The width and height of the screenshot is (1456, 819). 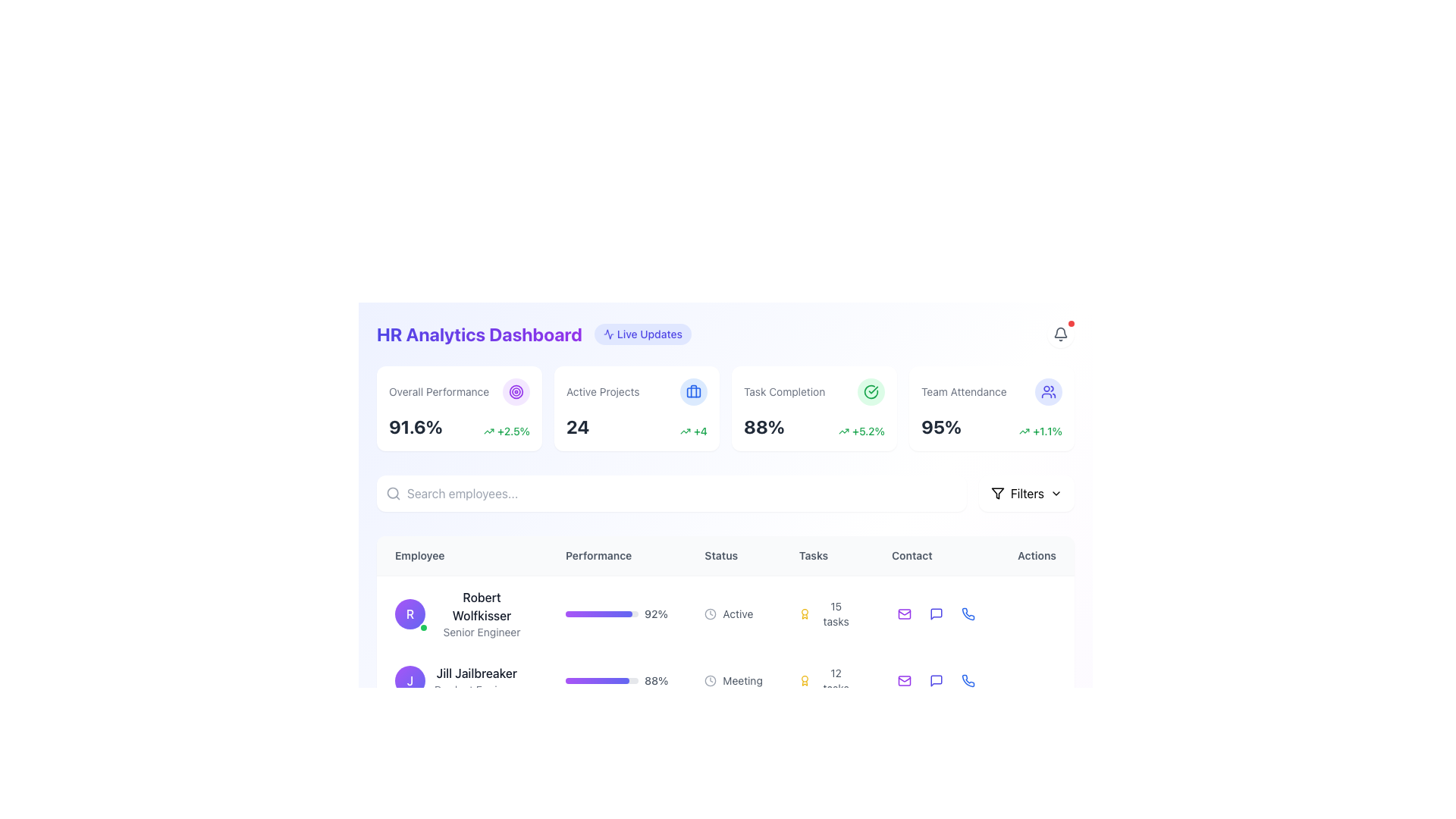 I want to click on the small yellow badge-like icon with an award ribbon shape located to the left of the text '15 tasks' in the 'Tasks' column of the table, so click(x=804, y=614).